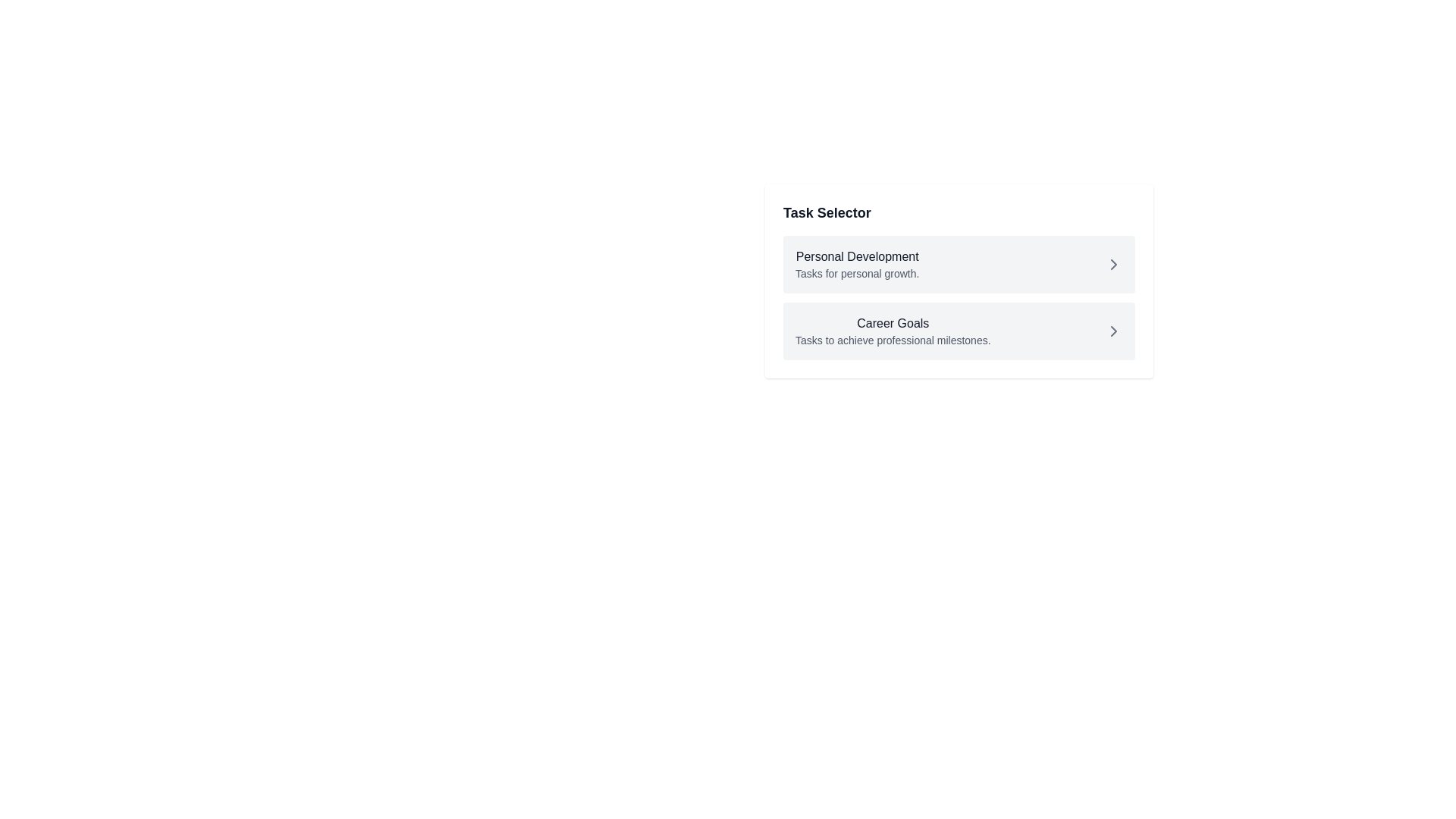 This screenshot has height=819, width=1456. What do you see at coordinates (1113, 330) in the screenshot?
I see `the chevron arrow icon that symbolizes navigation within the 'Career Goals' section button` at bounding box center [1113, 330].